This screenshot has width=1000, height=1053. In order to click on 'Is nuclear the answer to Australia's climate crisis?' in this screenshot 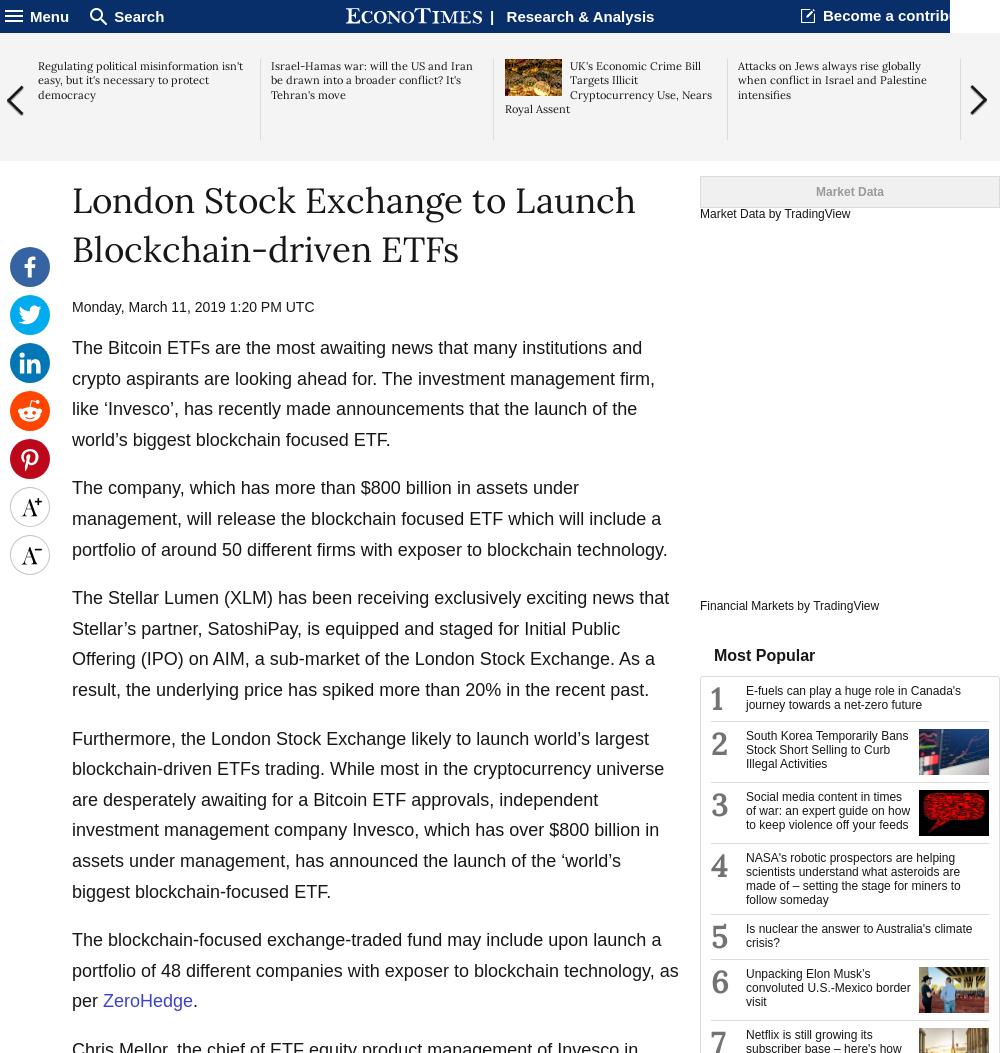, I will do `click(858, 935)`.